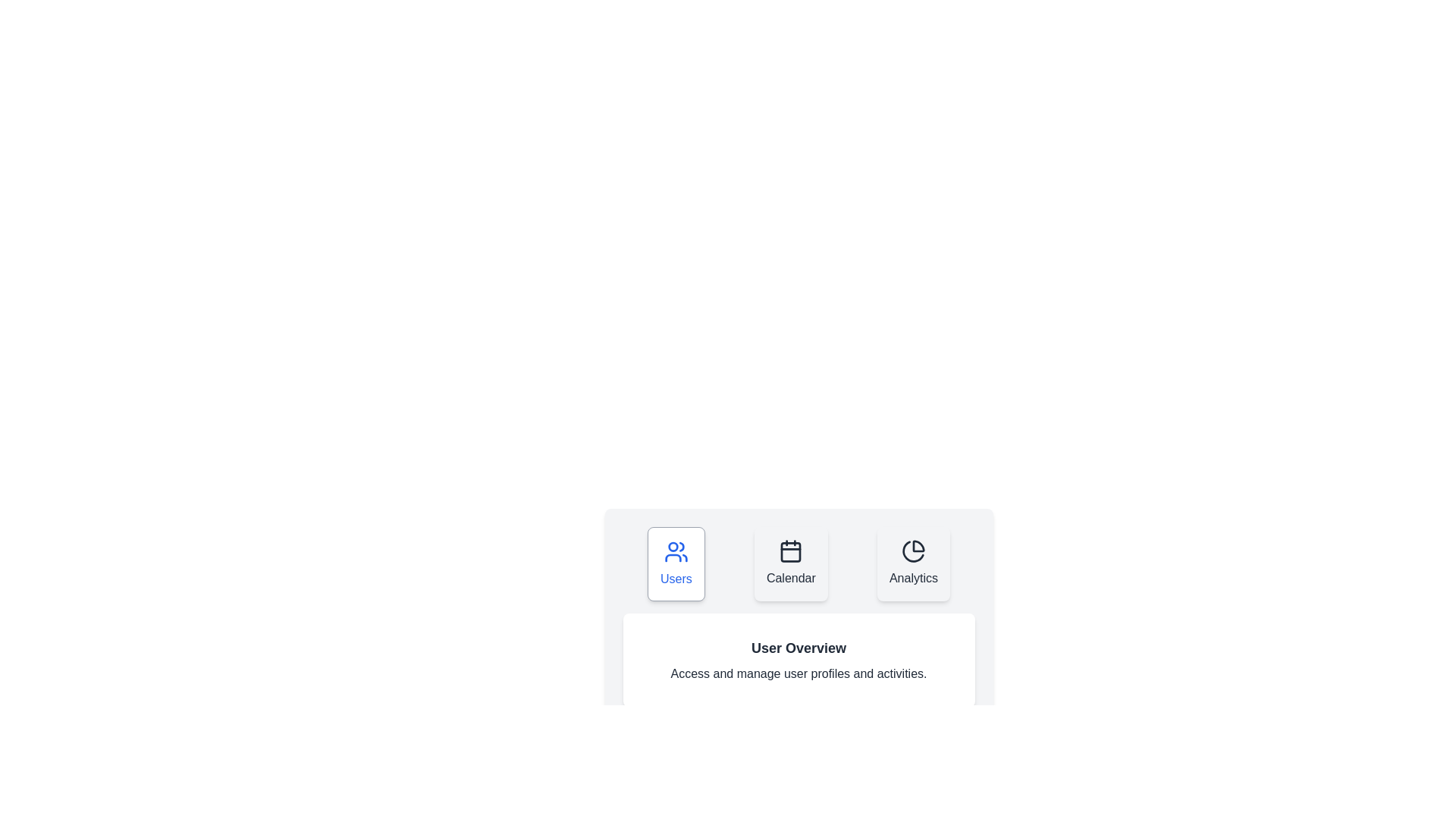 Image resolution: width=1456 pixels, height=819 pixels. Describe the element at coordinates (912, 564) in the screenshot. I see `the rightmost navigational button in the row of three elements` at that location.